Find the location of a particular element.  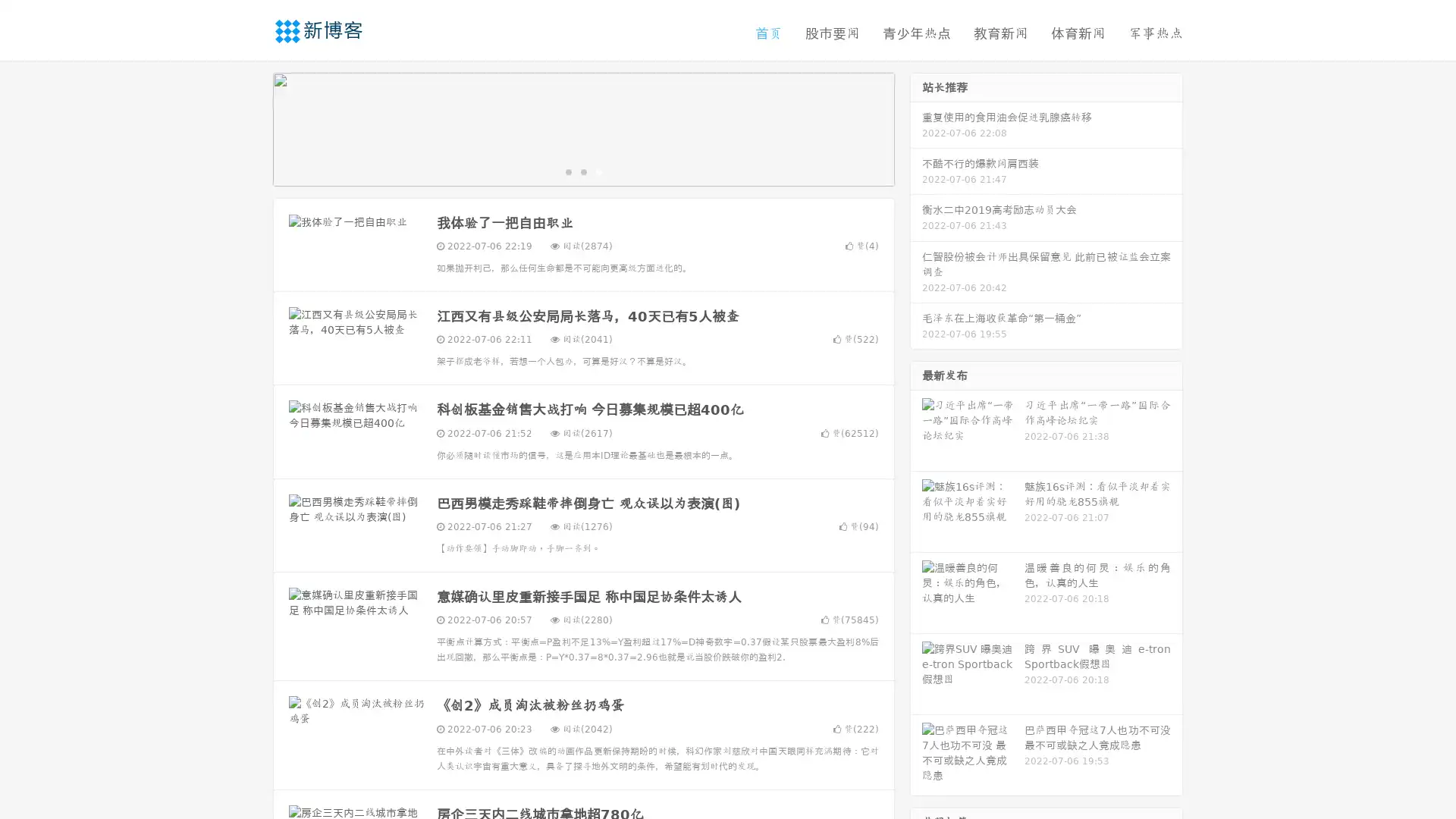

Previous slide is located at coordinates (250, 127).